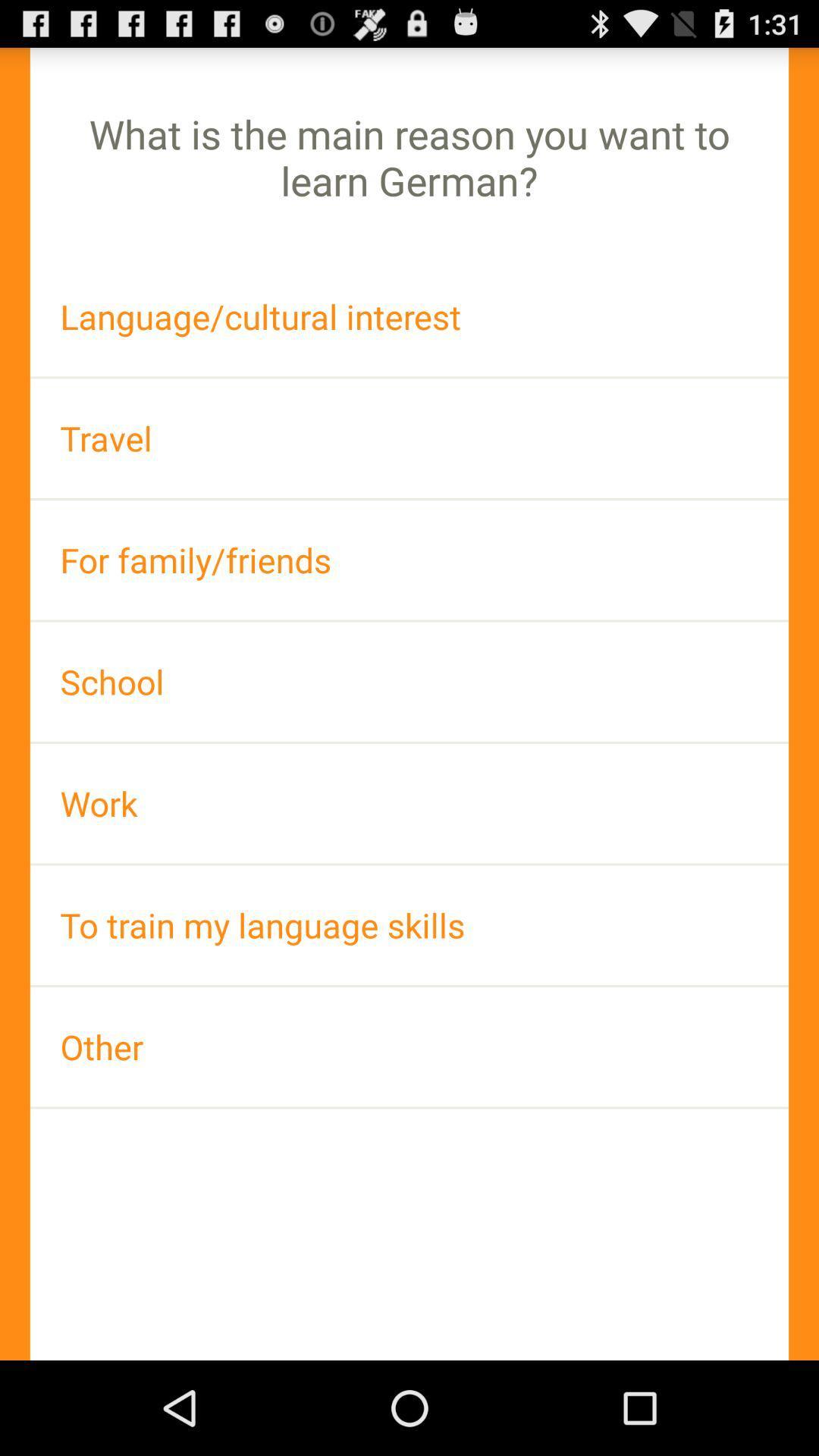  What do you see at coordinates (409, 924) in the screenshot?
I see `the to train my item` at bounding box center [409, 924].